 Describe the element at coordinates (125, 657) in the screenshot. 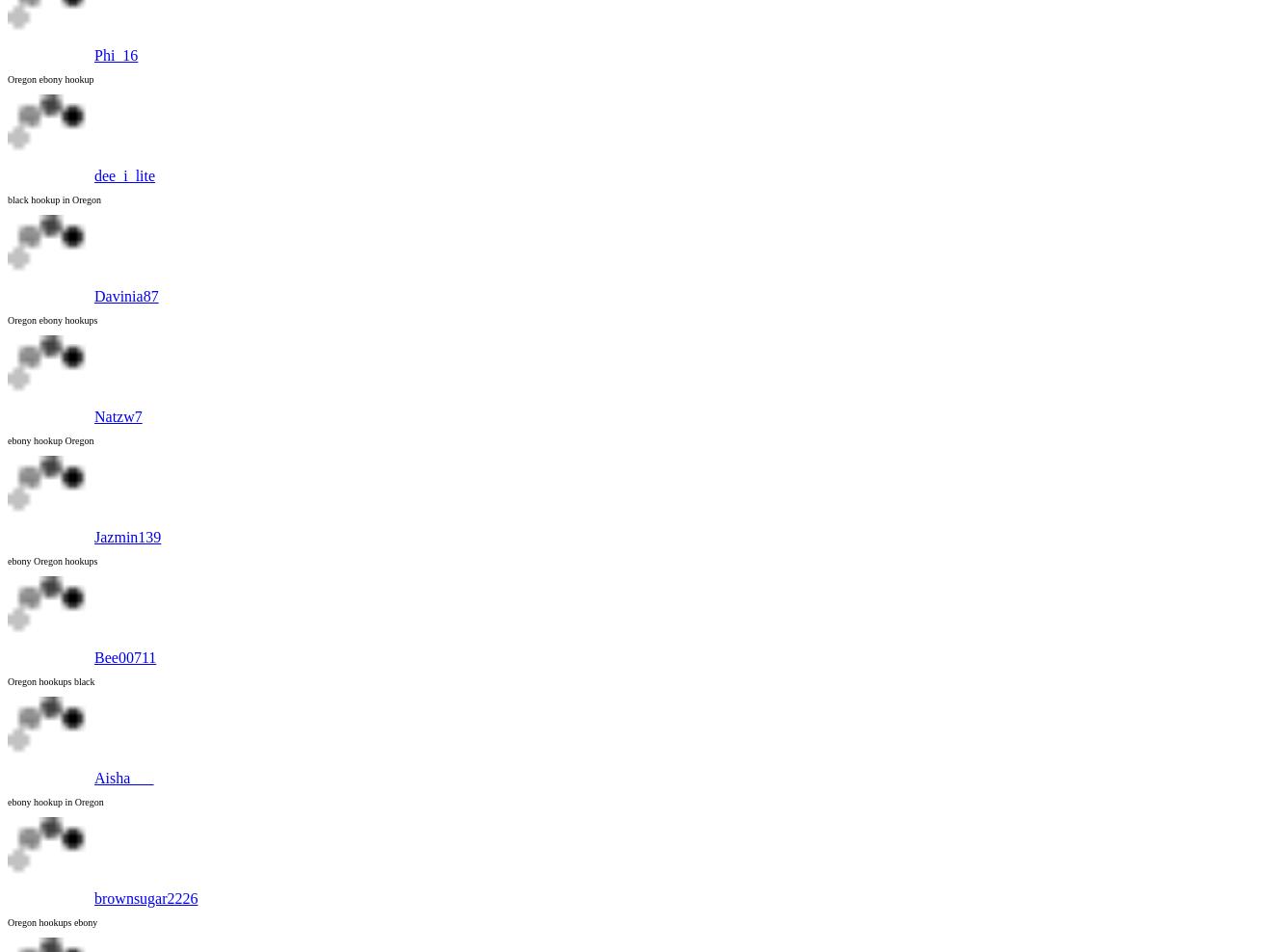

I see `'Bee00711'` at that location.